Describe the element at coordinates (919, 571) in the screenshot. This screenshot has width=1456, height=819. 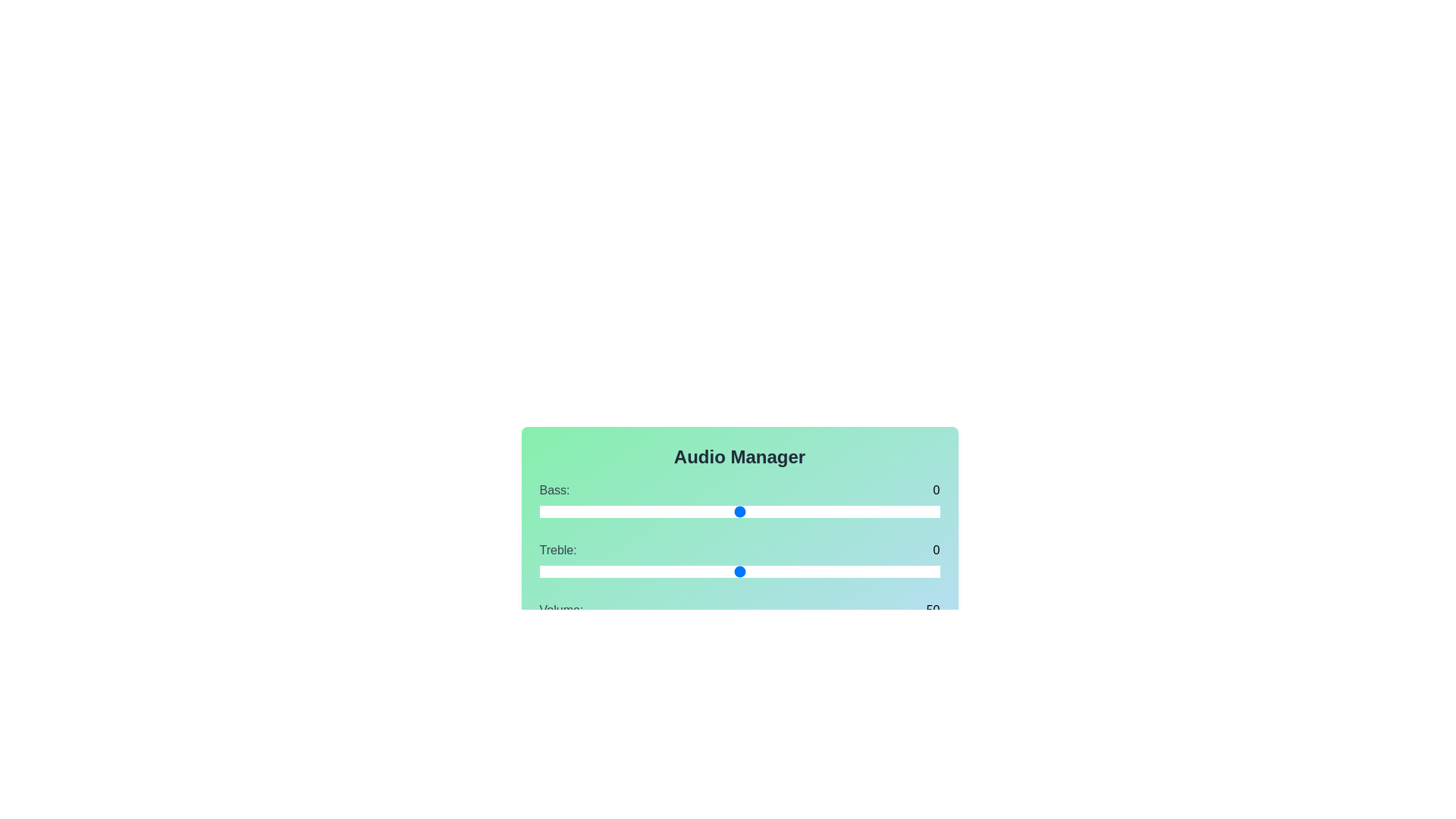
I see `the Treble slider to 9` at that location.